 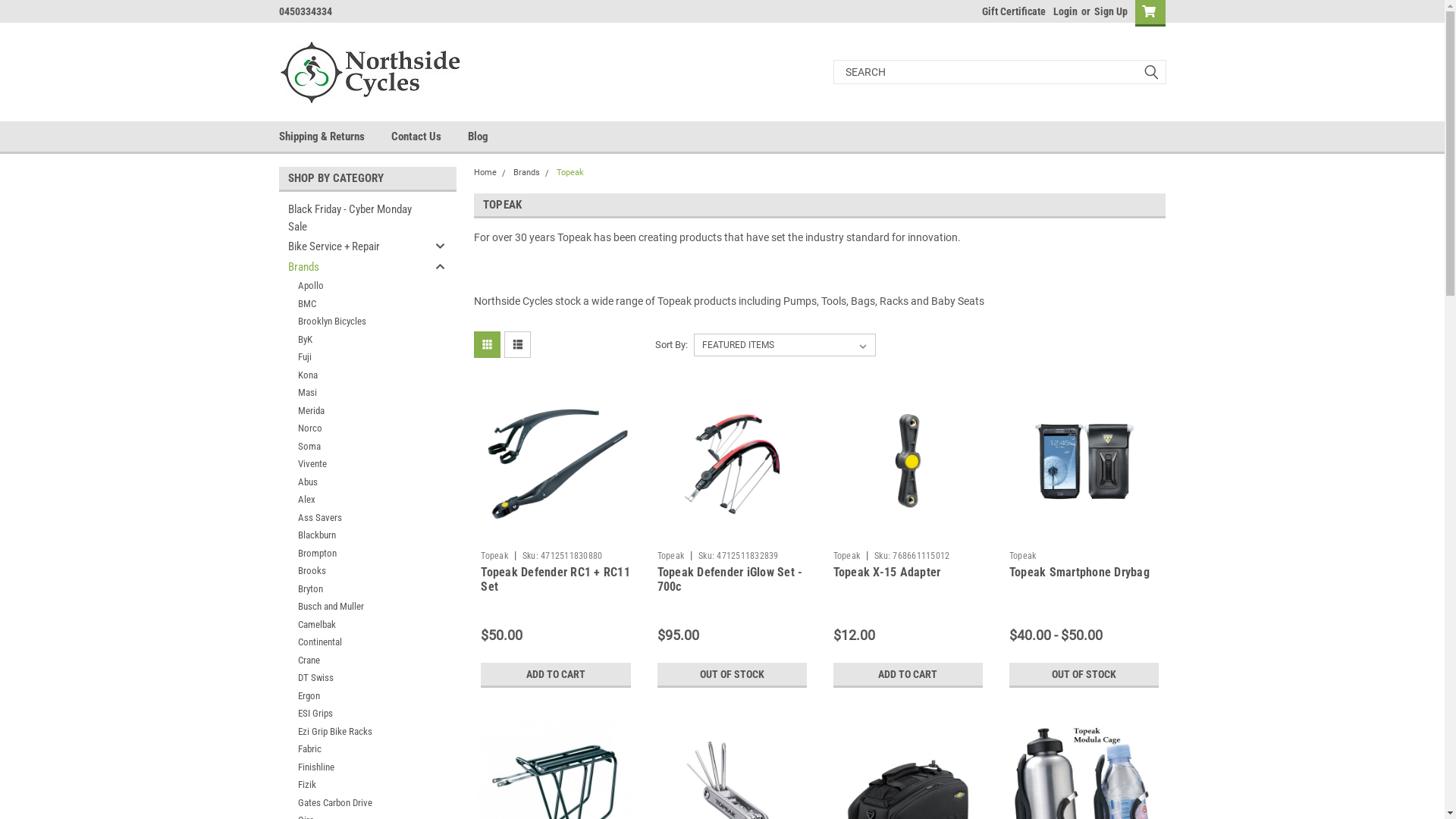 What do you see at coordinates (353, 391) in the screenshot?
I see `'Masi'` at bounding box center [353, 391].